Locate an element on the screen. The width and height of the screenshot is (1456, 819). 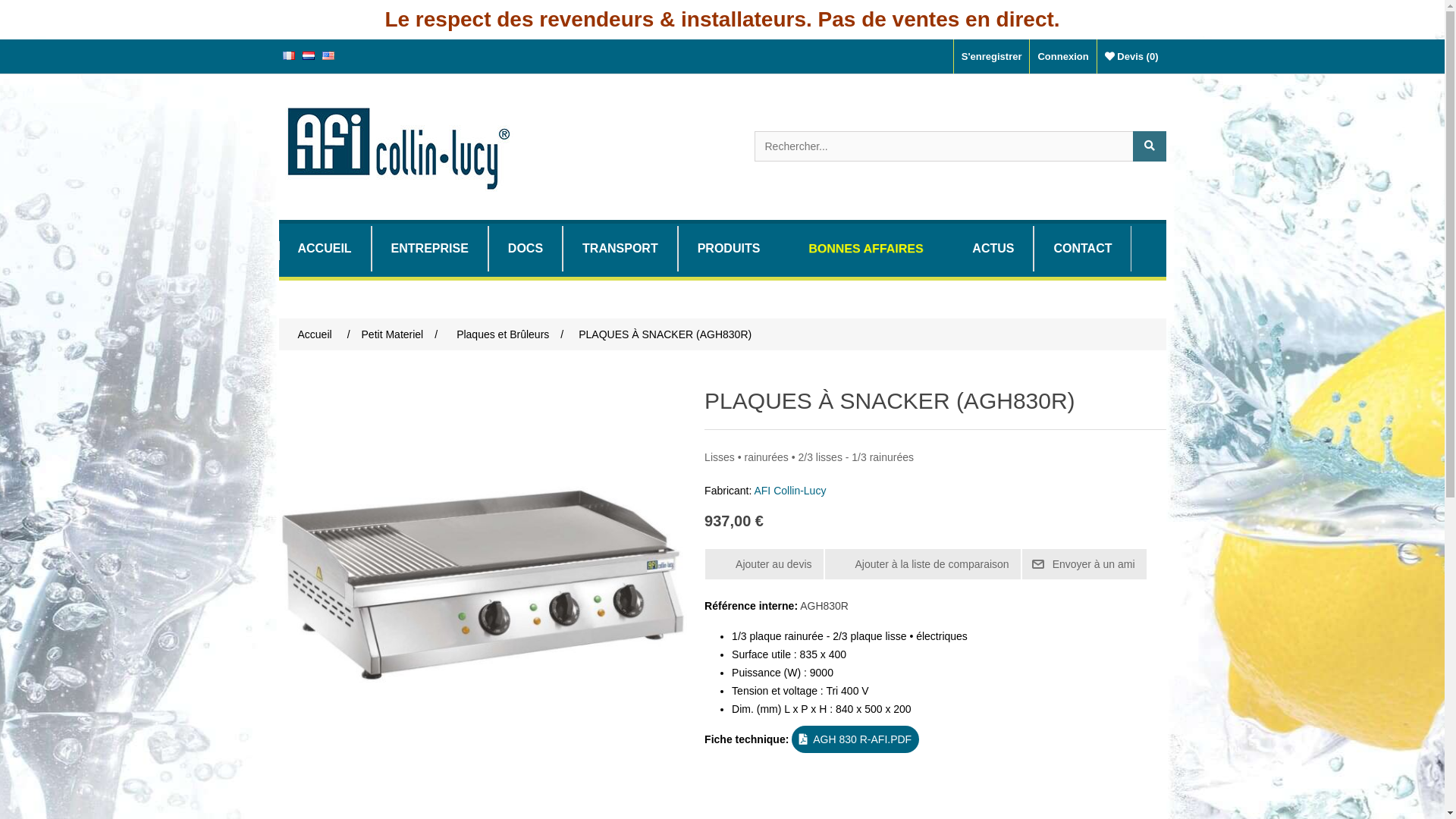
'TRANSPORT' is located at coordinates (620, 247).